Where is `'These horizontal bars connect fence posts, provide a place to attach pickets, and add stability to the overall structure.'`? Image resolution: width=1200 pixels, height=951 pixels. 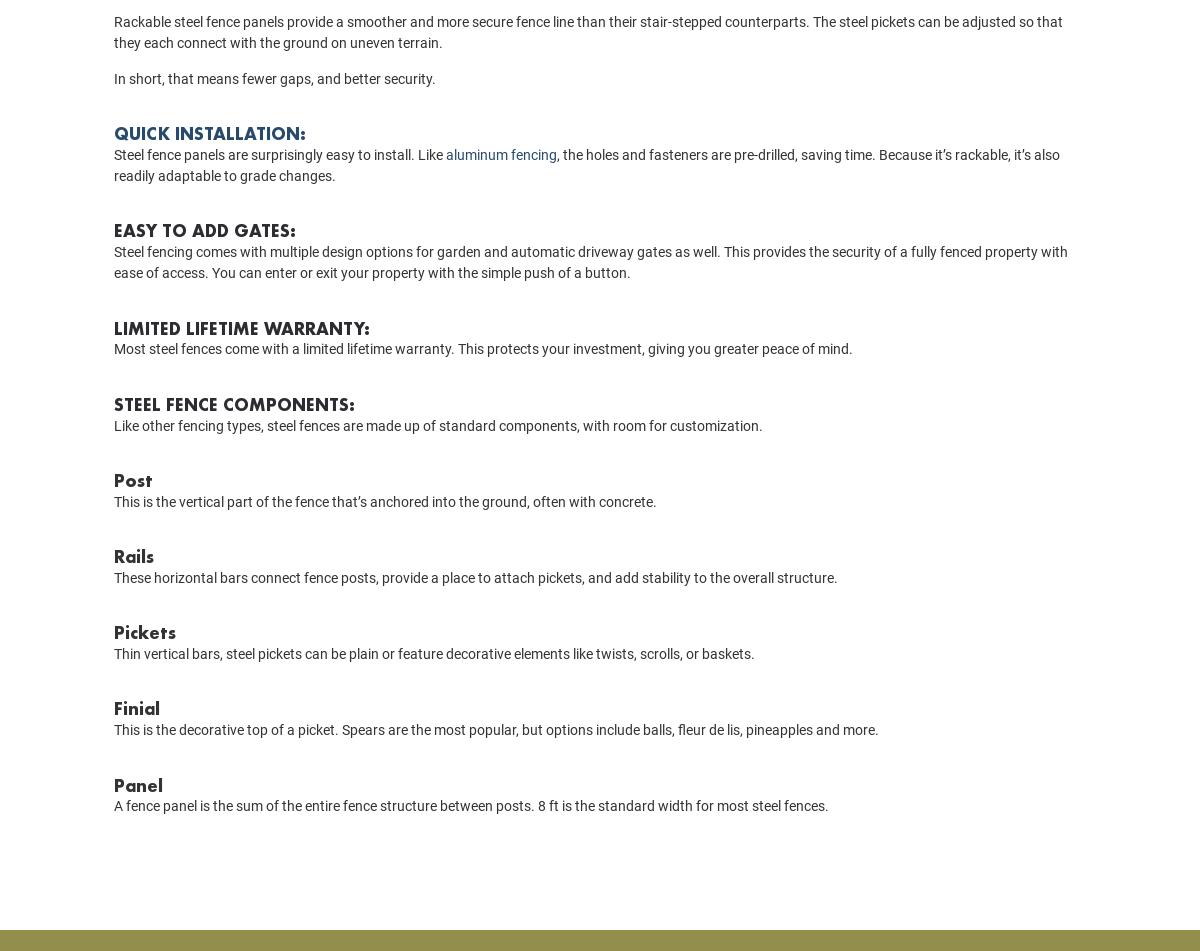
'These horizontal bars connect fence posts, provide a place to attach pickets, and add stability to the overall structure.' is located at coordinates (114, 604).